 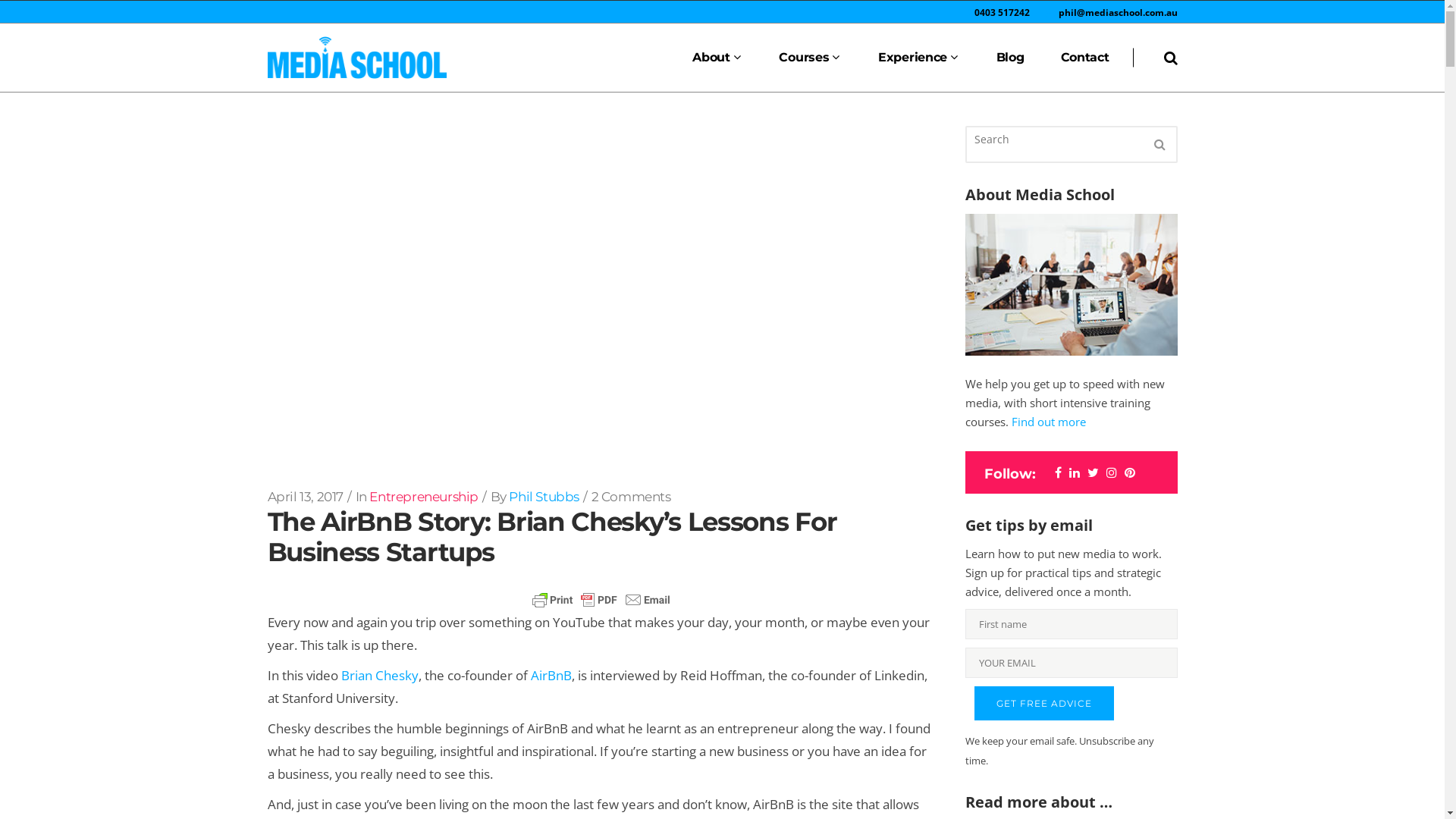 I want to click on 'Courses', so click(x=809, y=57).